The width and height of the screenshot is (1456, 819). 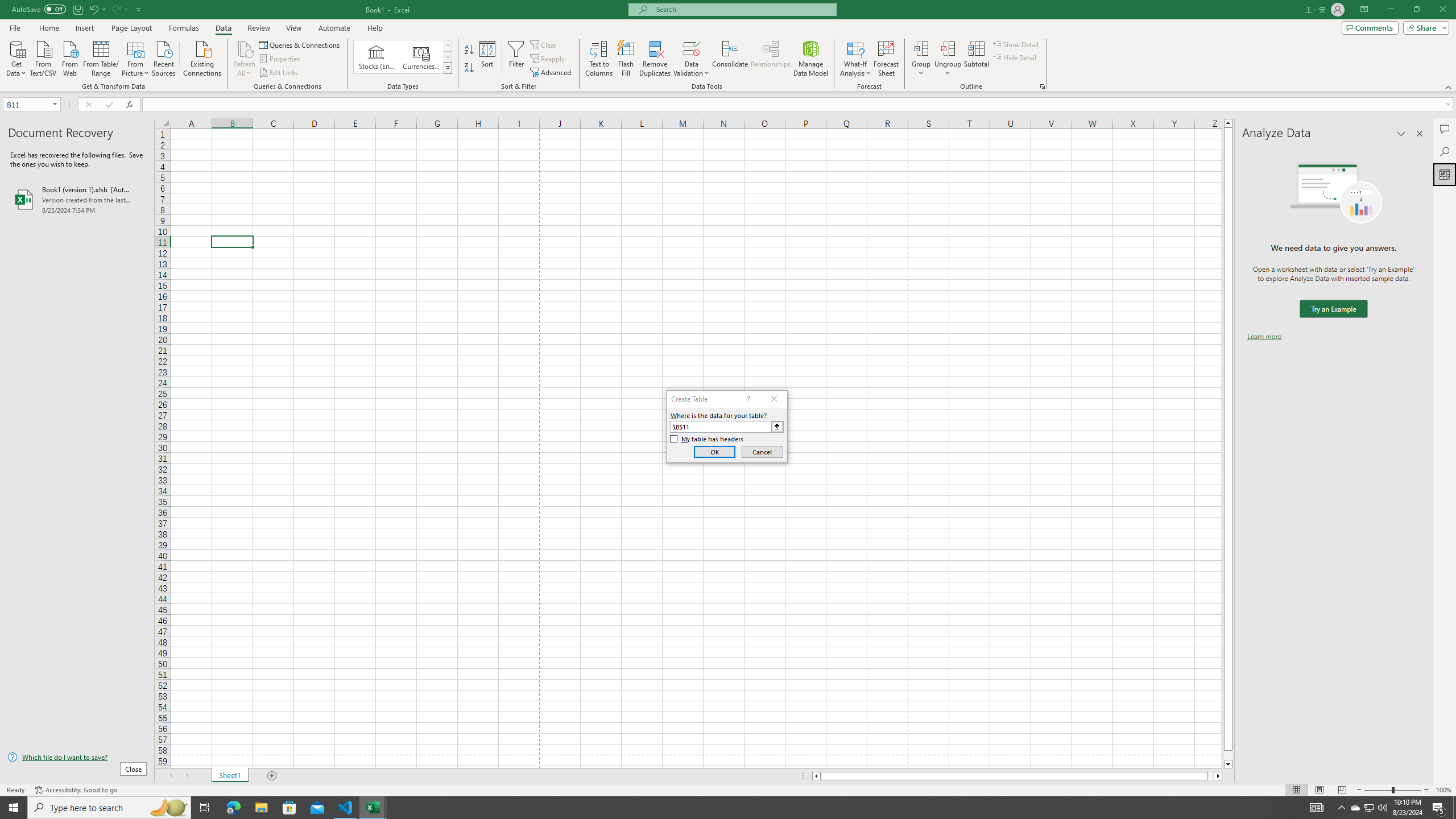 What do you see at coordinates (1426, 790) in the screenshot?
I see `'Zoom In'` at bounding box center [1426, 790].